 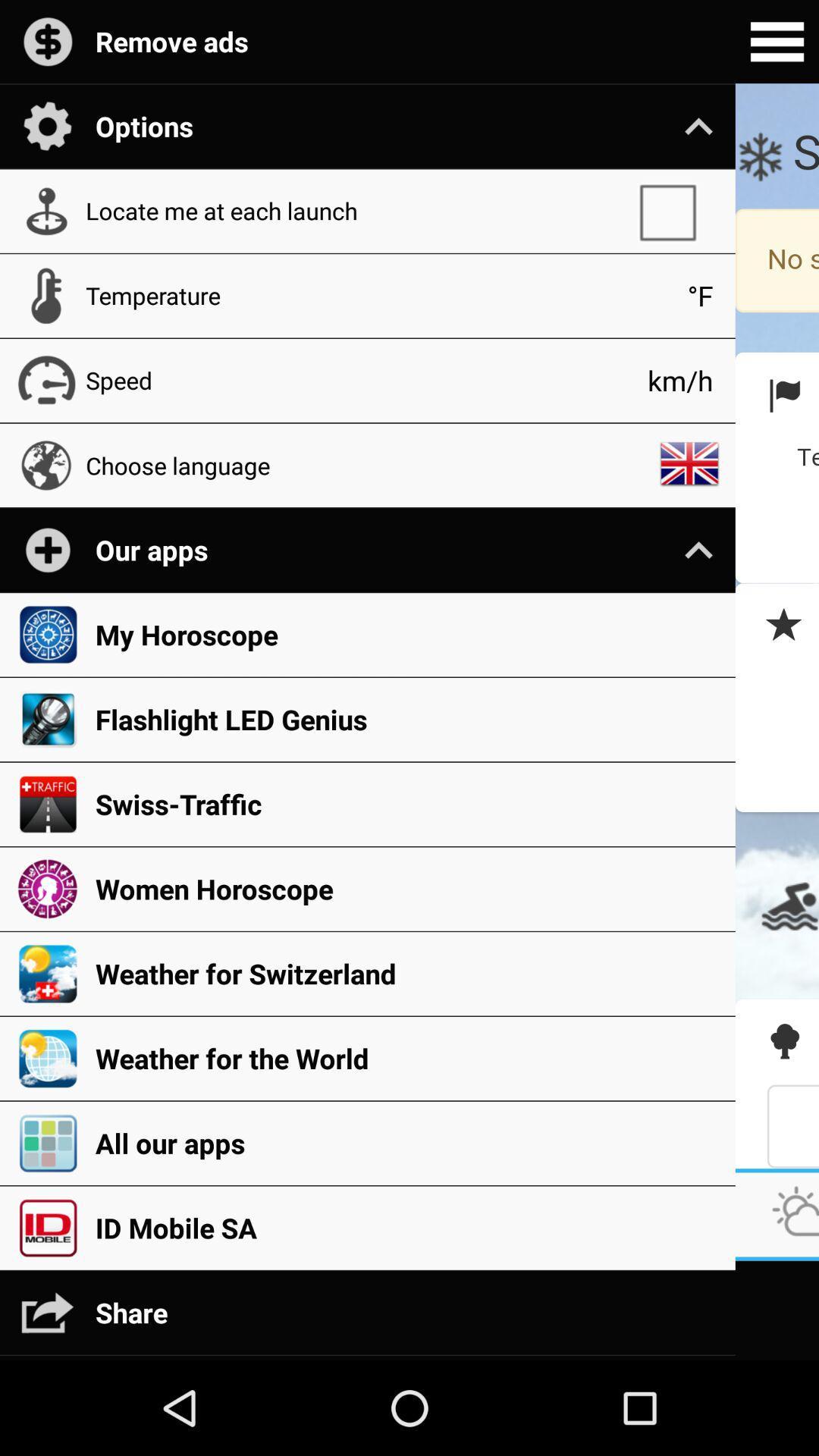 What do you see at coordinates (674, 210) in the screenshot?
I see `app next to the locate me at app` at bounding box center [674, 210].